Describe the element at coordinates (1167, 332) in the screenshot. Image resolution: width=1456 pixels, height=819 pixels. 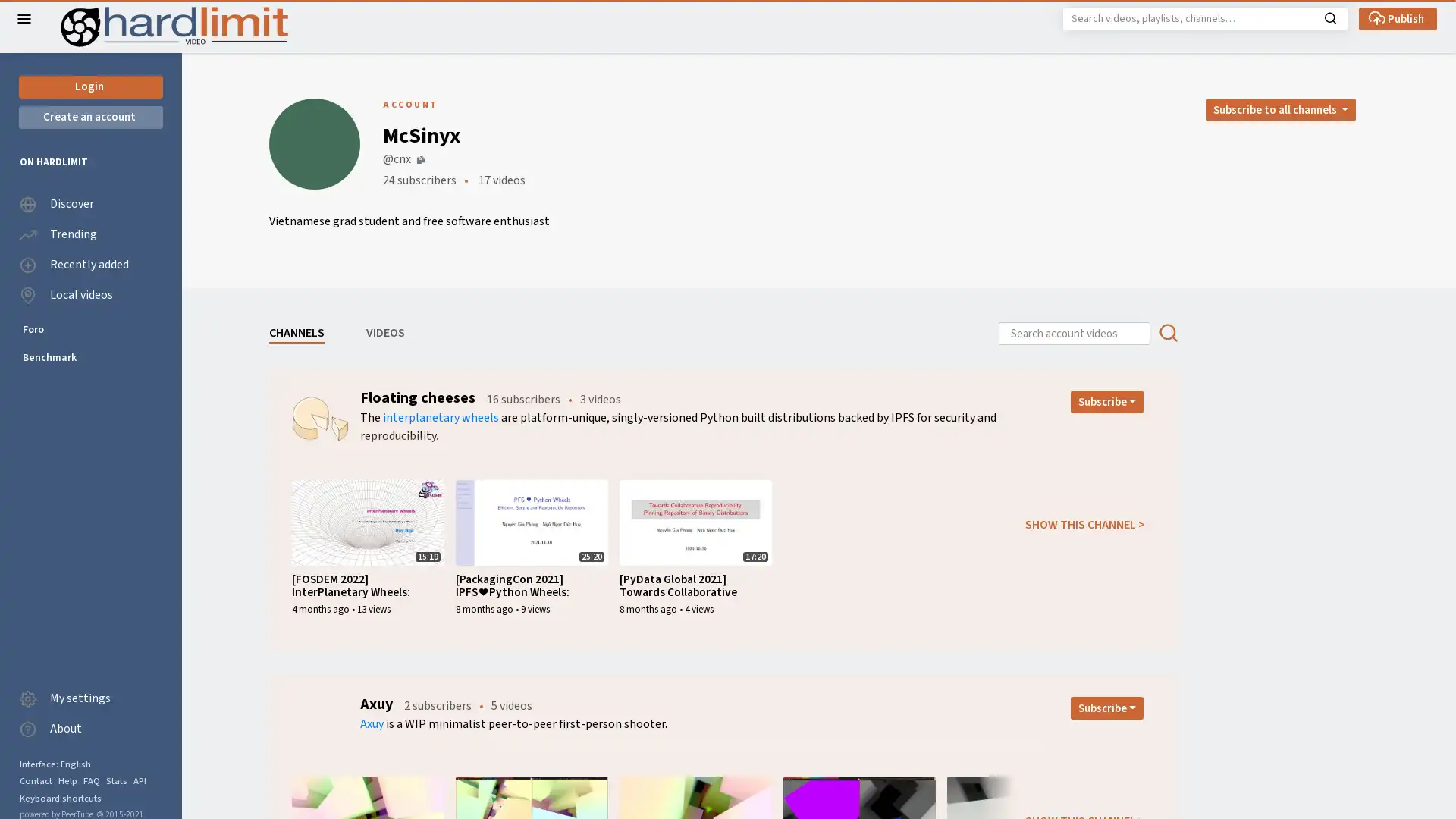
I see `Search` at that location.